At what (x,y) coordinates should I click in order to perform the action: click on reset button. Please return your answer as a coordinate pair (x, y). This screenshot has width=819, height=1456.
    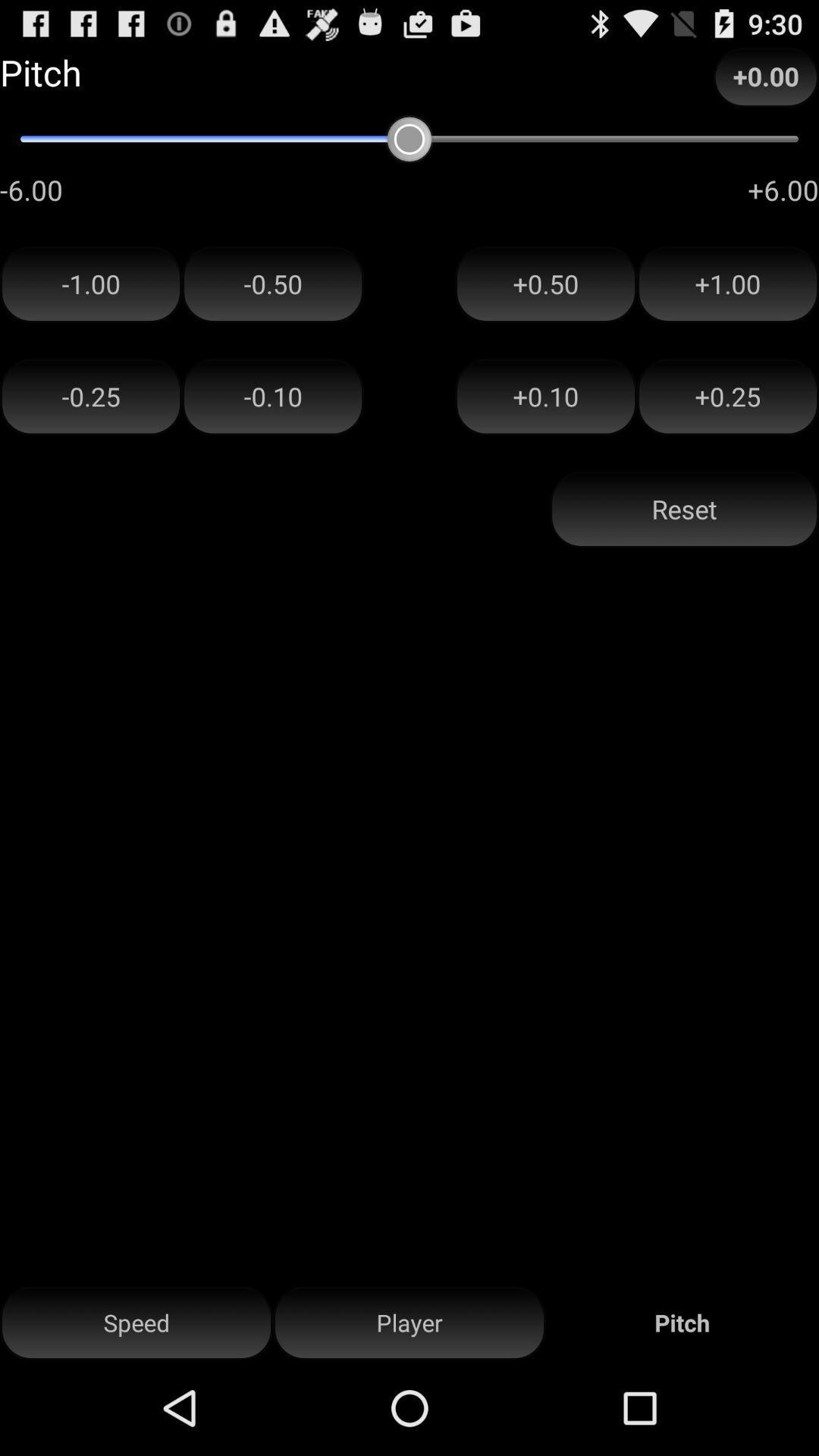
    Looking at the image, I should click on (684, 510).